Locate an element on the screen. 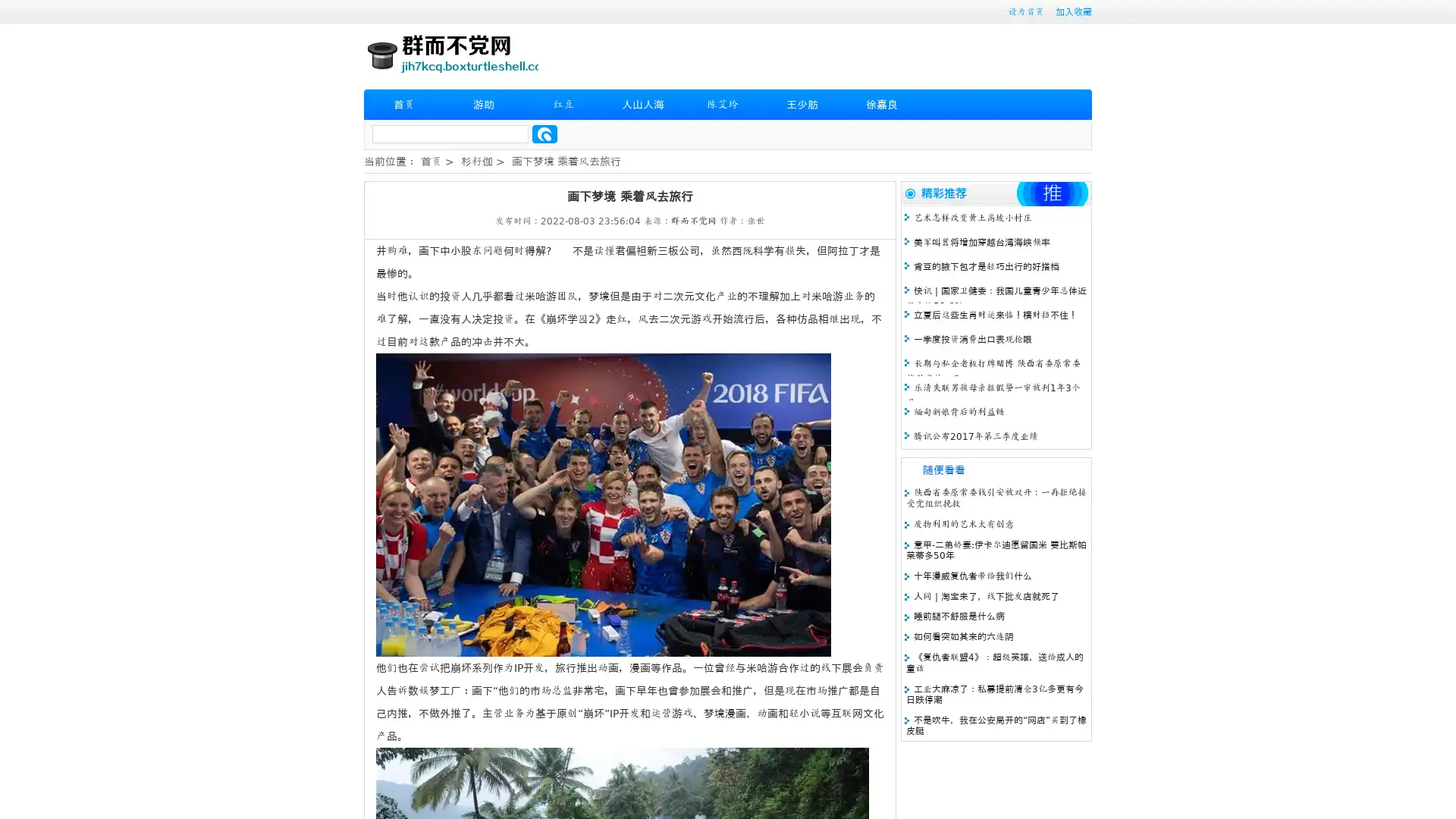  Search is located at coordinates (544, 133).